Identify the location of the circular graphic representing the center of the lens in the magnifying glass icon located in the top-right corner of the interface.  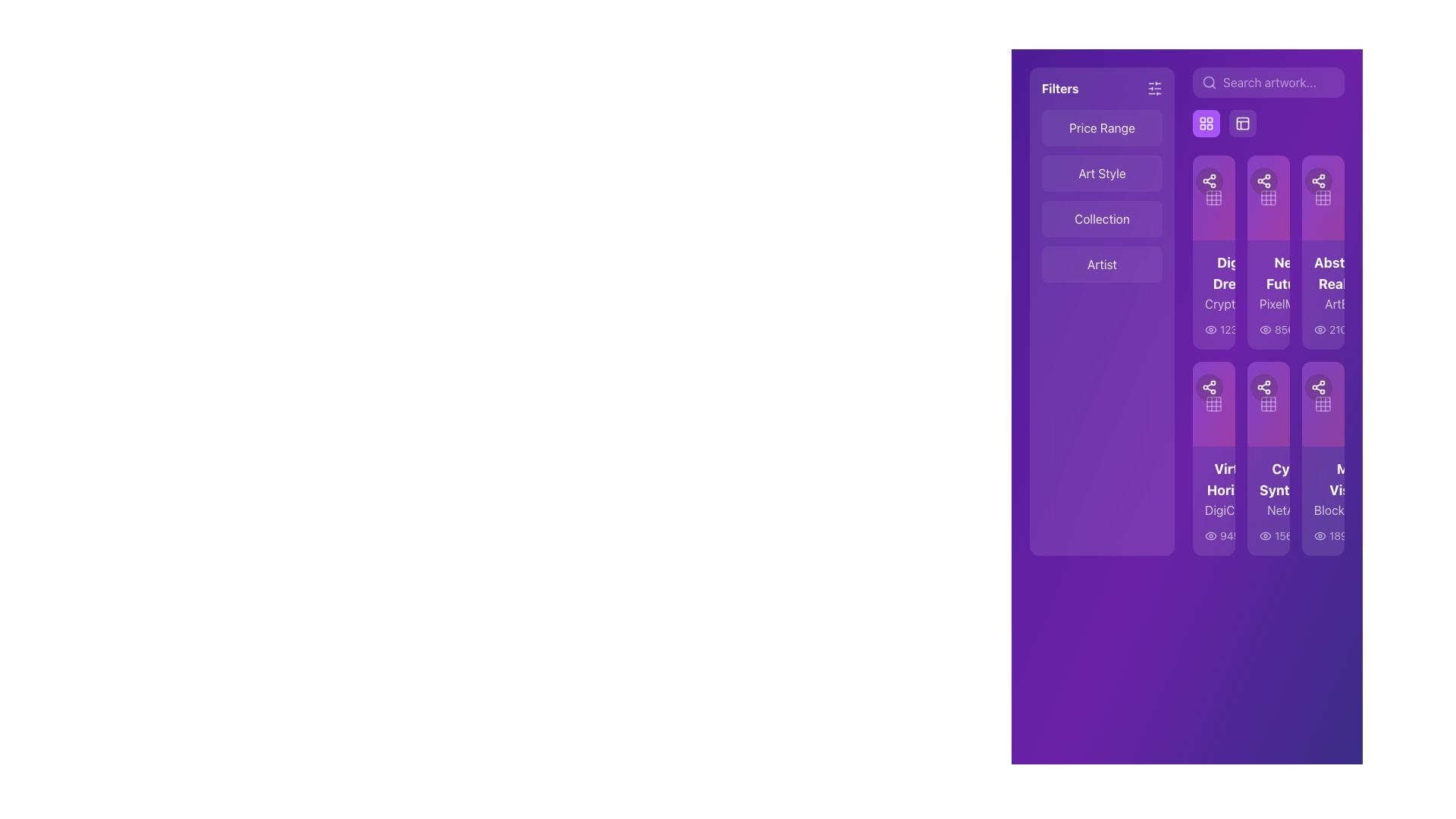
(1208, 82).